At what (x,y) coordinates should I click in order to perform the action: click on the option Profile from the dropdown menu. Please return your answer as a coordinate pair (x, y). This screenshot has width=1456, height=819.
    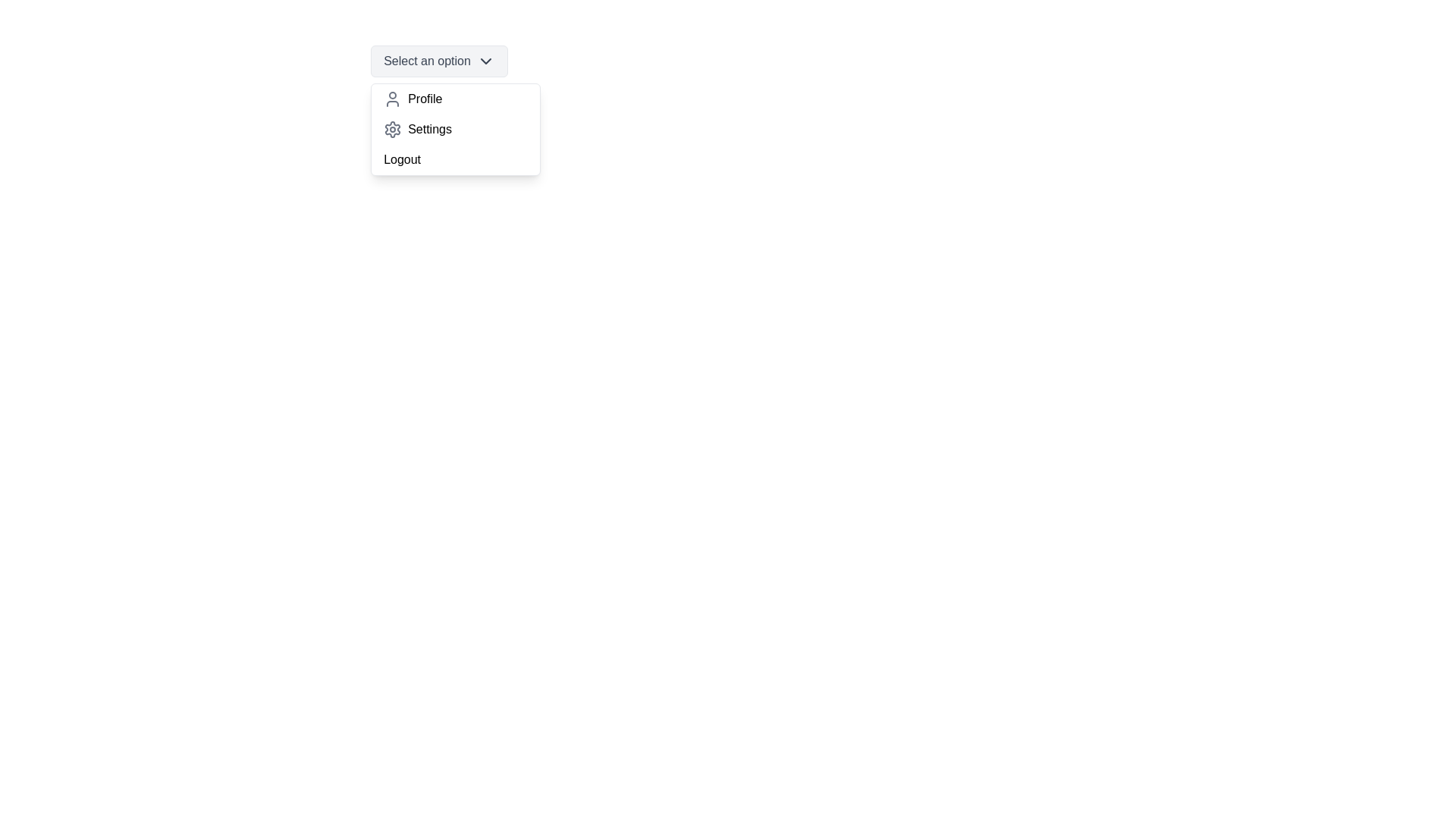
    Looking at the image, I should click on (455, 99).